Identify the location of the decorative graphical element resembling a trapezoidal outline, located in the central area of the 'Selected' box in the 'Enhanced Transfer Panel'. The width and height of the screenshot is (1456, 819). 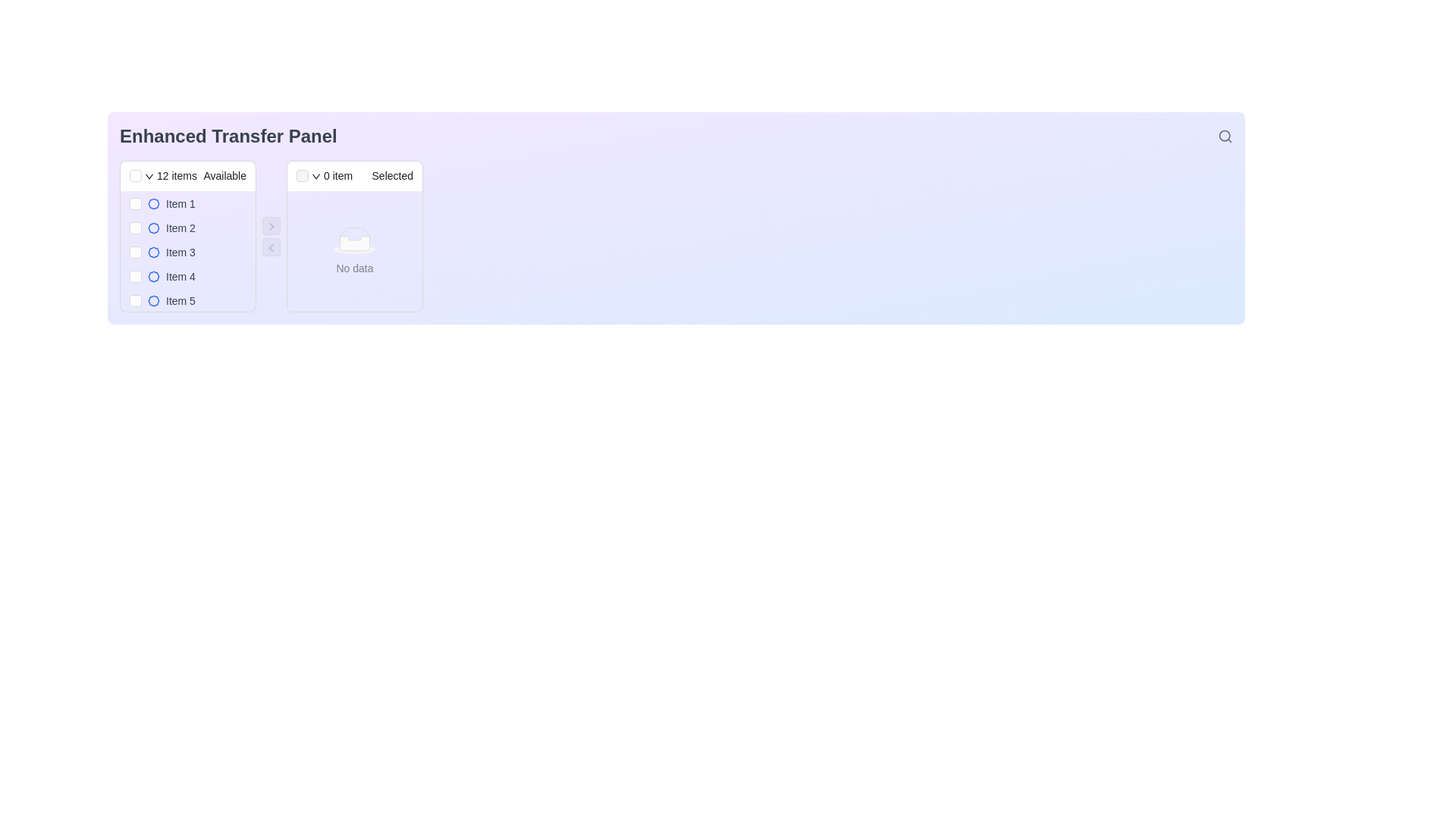
(353, 234).